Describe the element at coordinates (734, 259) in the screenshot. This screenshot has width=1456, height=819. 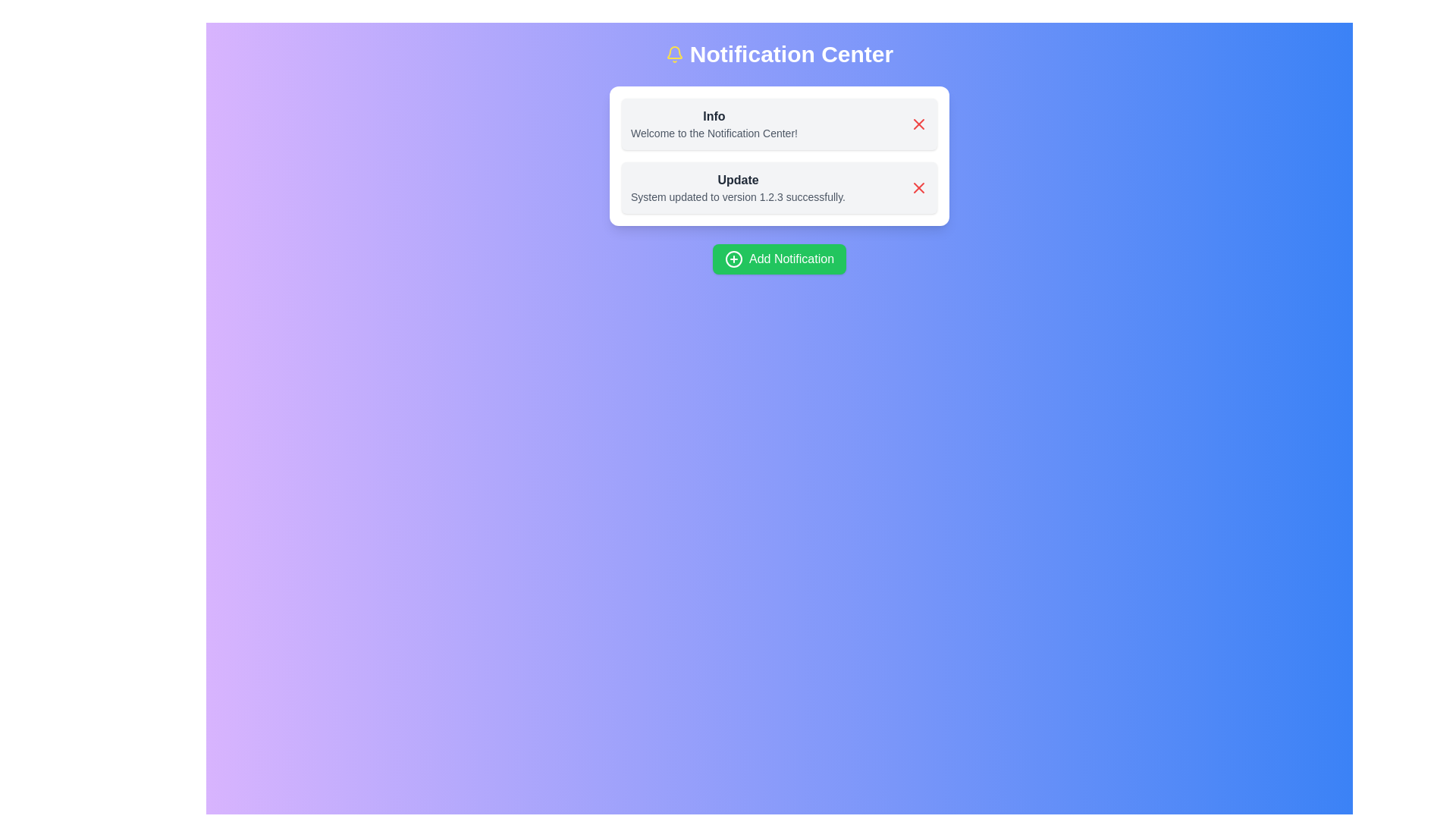
I see `the circular SVG element that is centered within the green 'Add Notification' button, which forms part of the plus icon` at that location.